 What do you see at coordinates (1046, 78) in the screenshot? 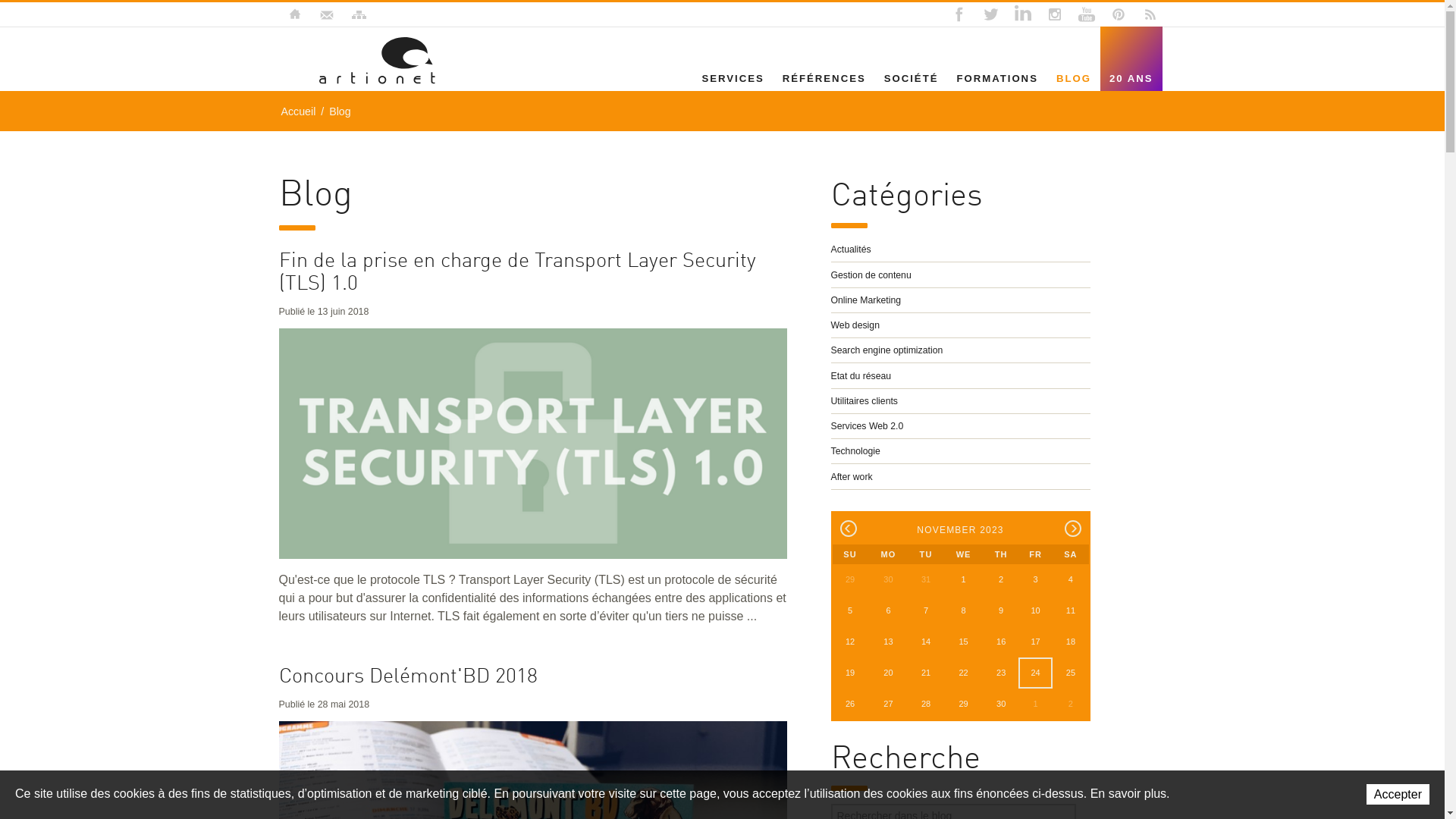
I see `'BLOG'` at bounding box center [1046, 78].